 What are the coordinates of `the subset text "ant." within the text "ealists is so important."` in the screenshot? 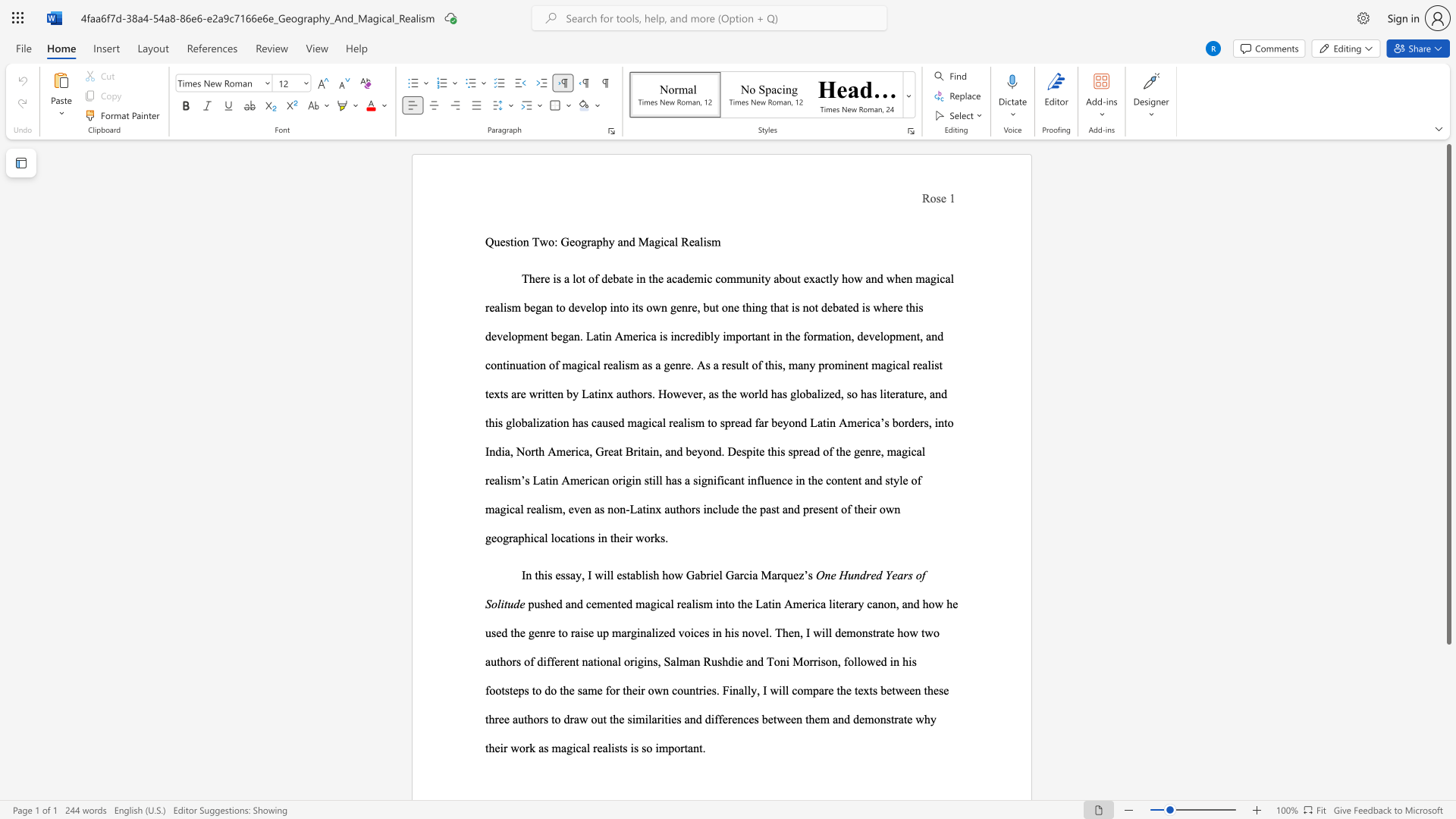 It's located at (687, 747).